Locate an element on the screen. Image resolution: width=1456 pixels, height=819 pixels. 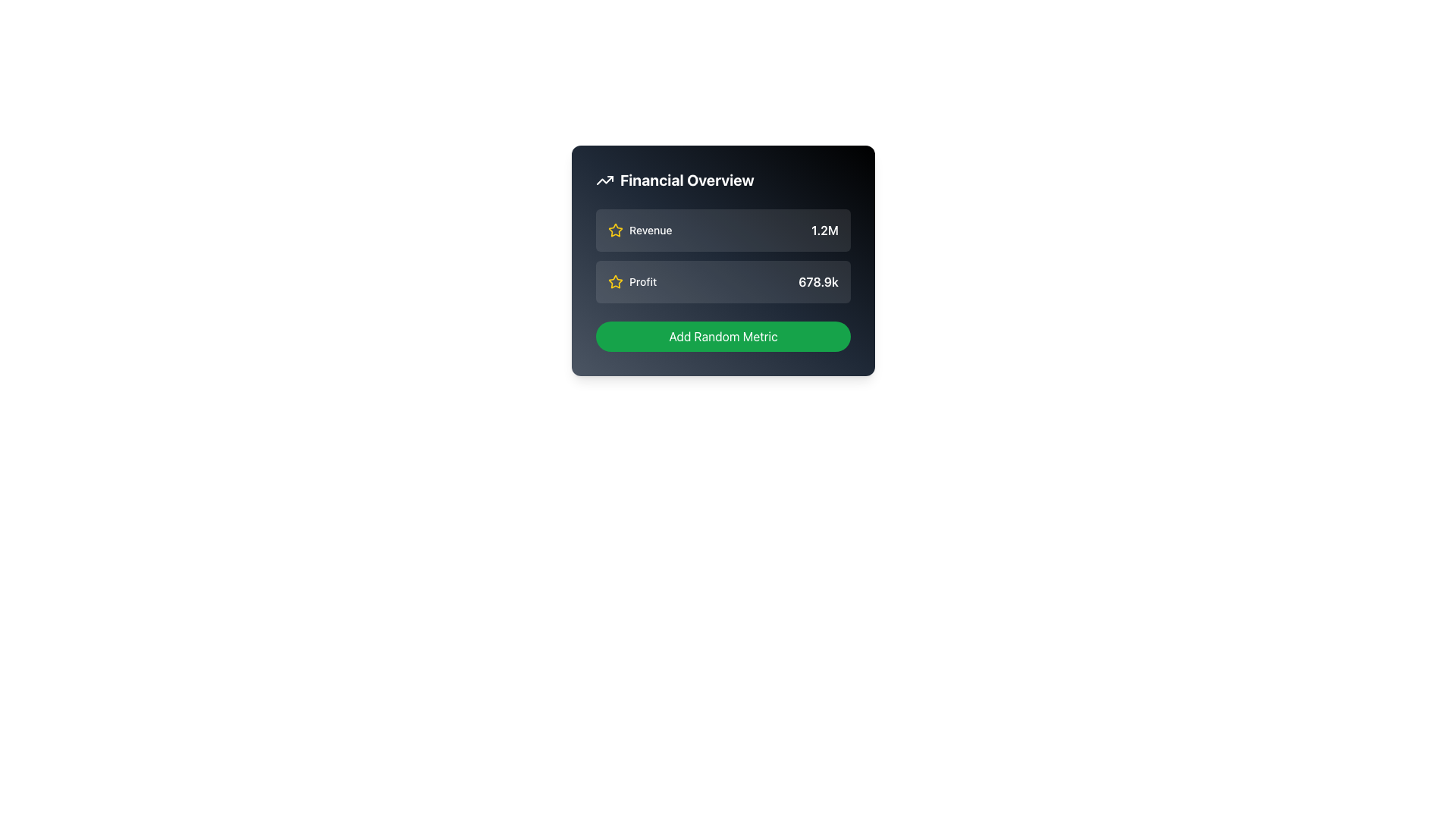
the star-shaped icon outlined in yellow, located at the leftmost position in the 'Revenue' row, to indicate its importance is located at coordinates (615, 231).